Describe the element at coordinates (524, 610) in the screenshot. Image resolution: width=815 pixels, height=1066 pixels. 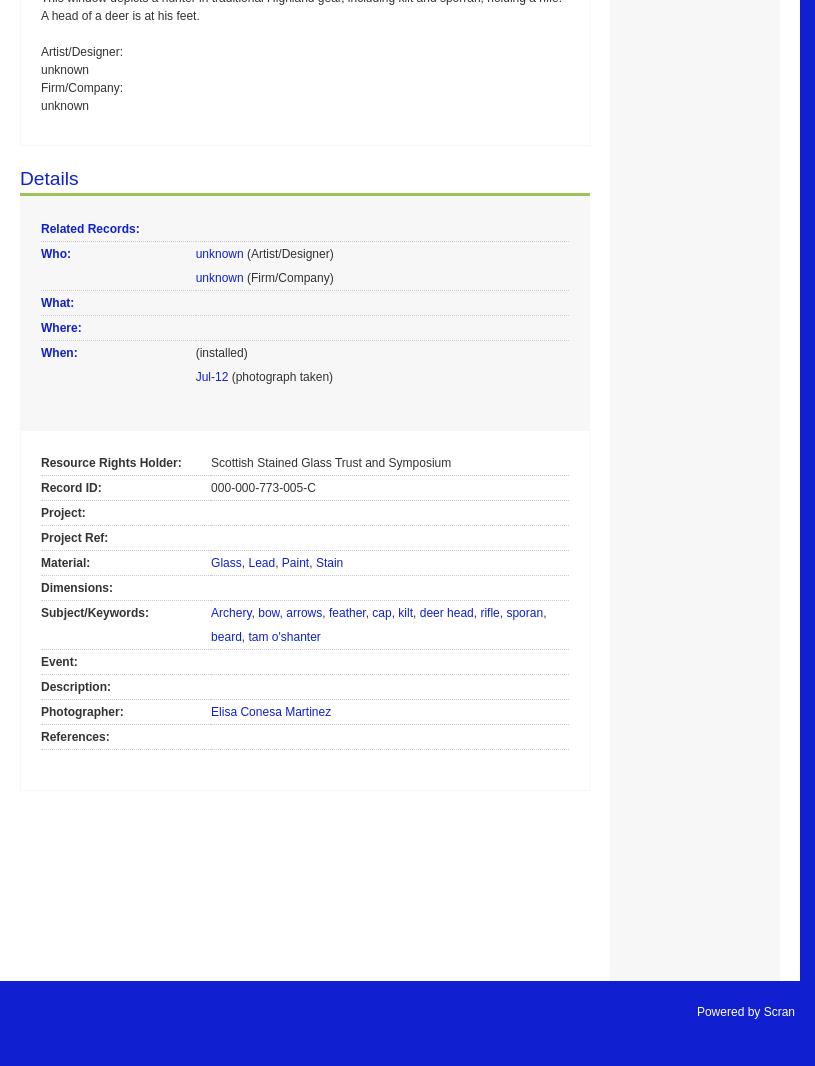
I see `'sporan'` at that location.